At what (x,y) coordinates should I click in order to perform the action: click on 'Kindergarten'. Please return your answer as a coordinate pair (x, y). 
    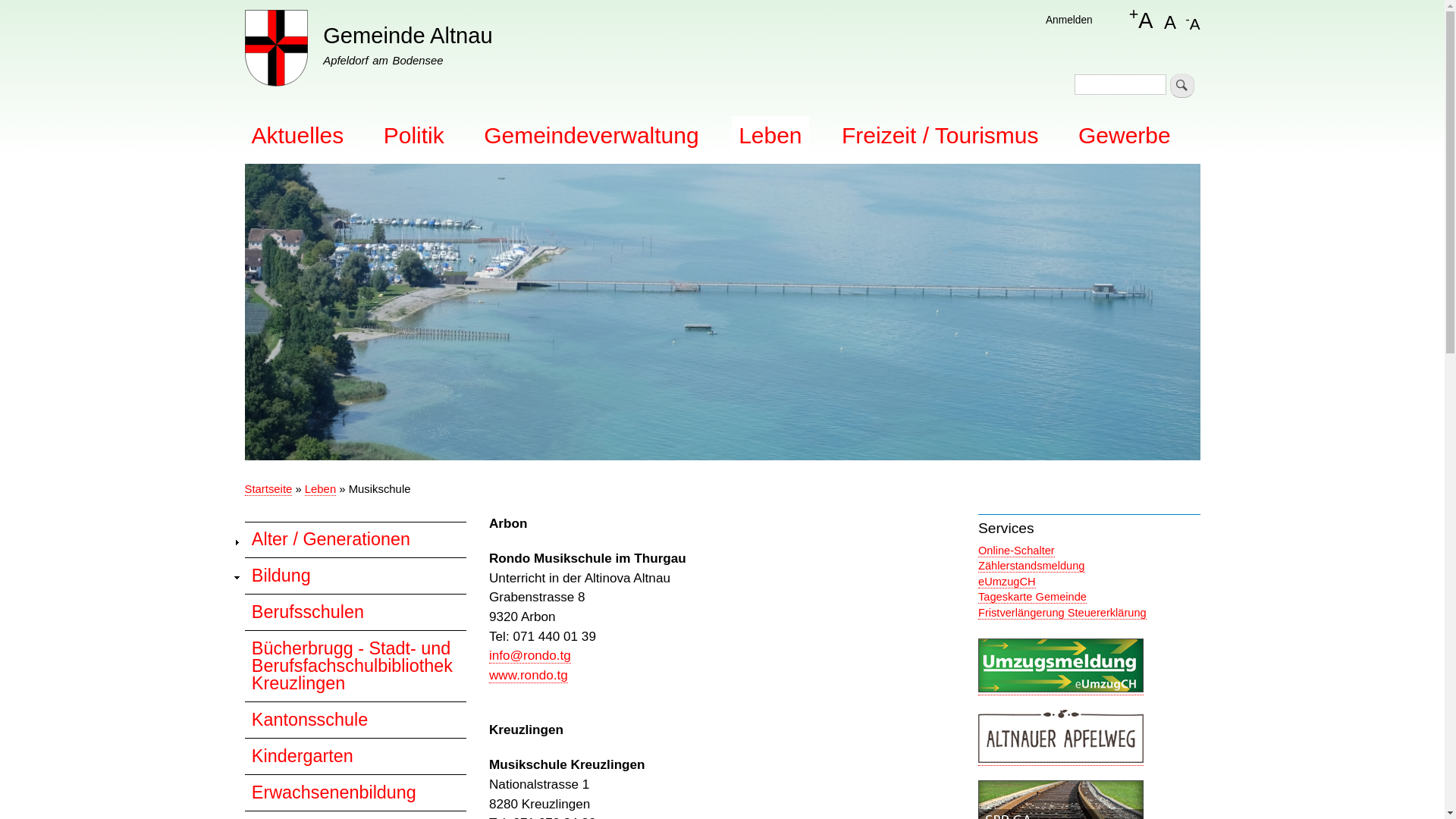
    Looking at the image, I should click on (354, 755).